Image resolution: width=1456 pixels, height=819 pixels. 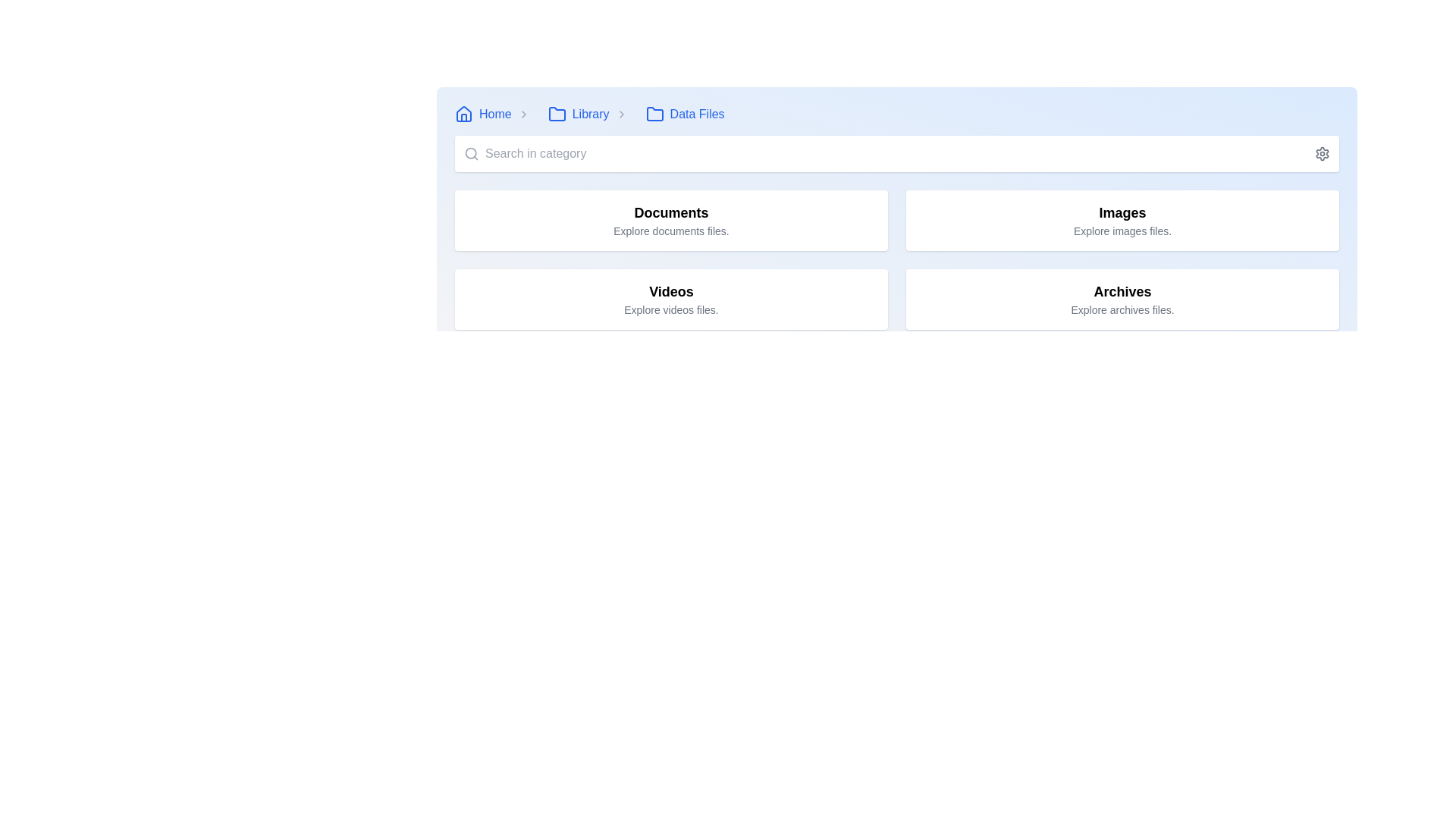 What do you see at coordinates (1321, 154) in the screenshot?
I see `the gear-shaped settings icon located at the top-right corner of the search bar` at bounding box center [1321, 154].